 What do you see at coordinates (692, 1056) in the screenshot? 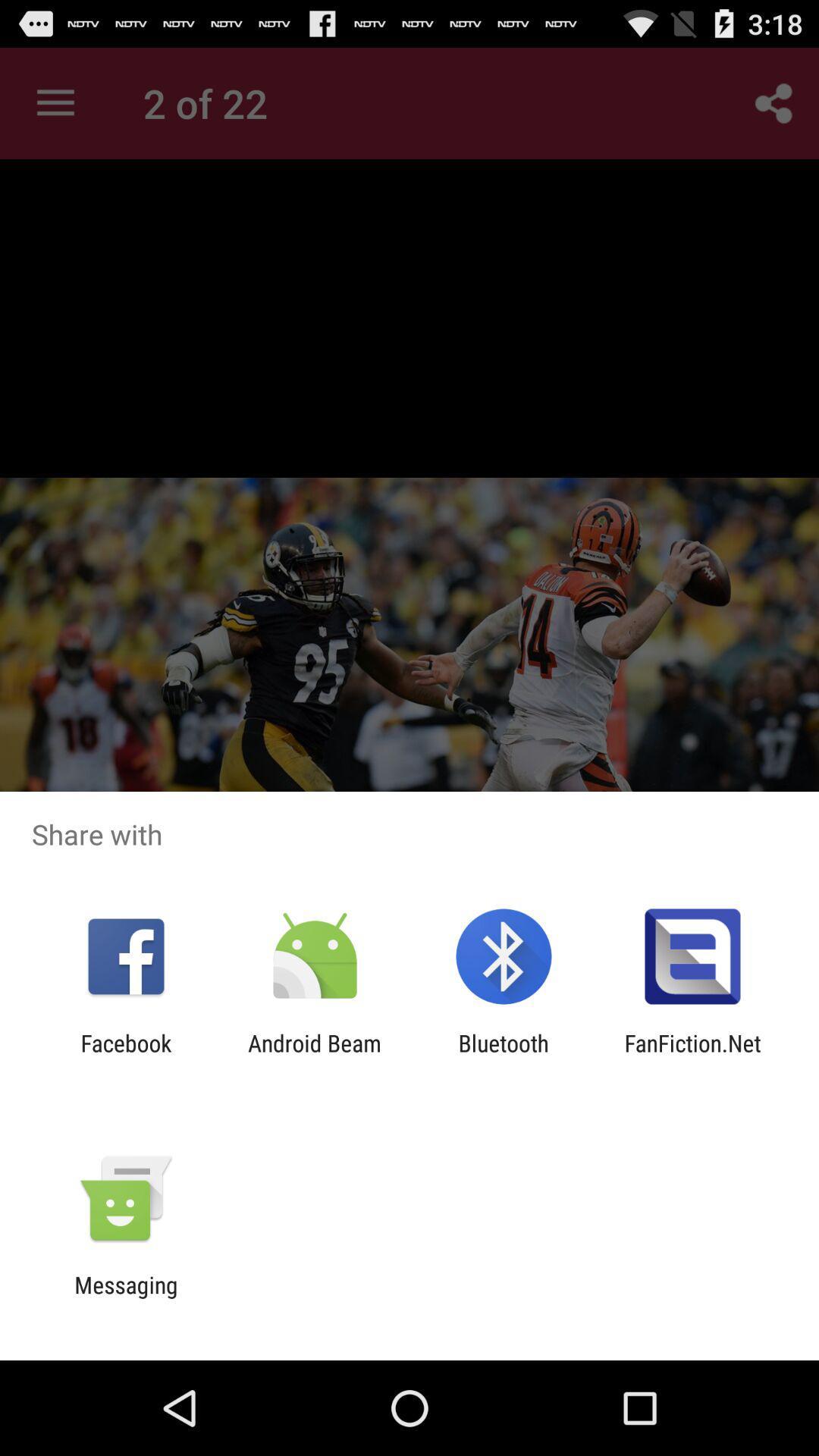
I see `the app next to bluetooth icon` at bounding box center [692, 1056].